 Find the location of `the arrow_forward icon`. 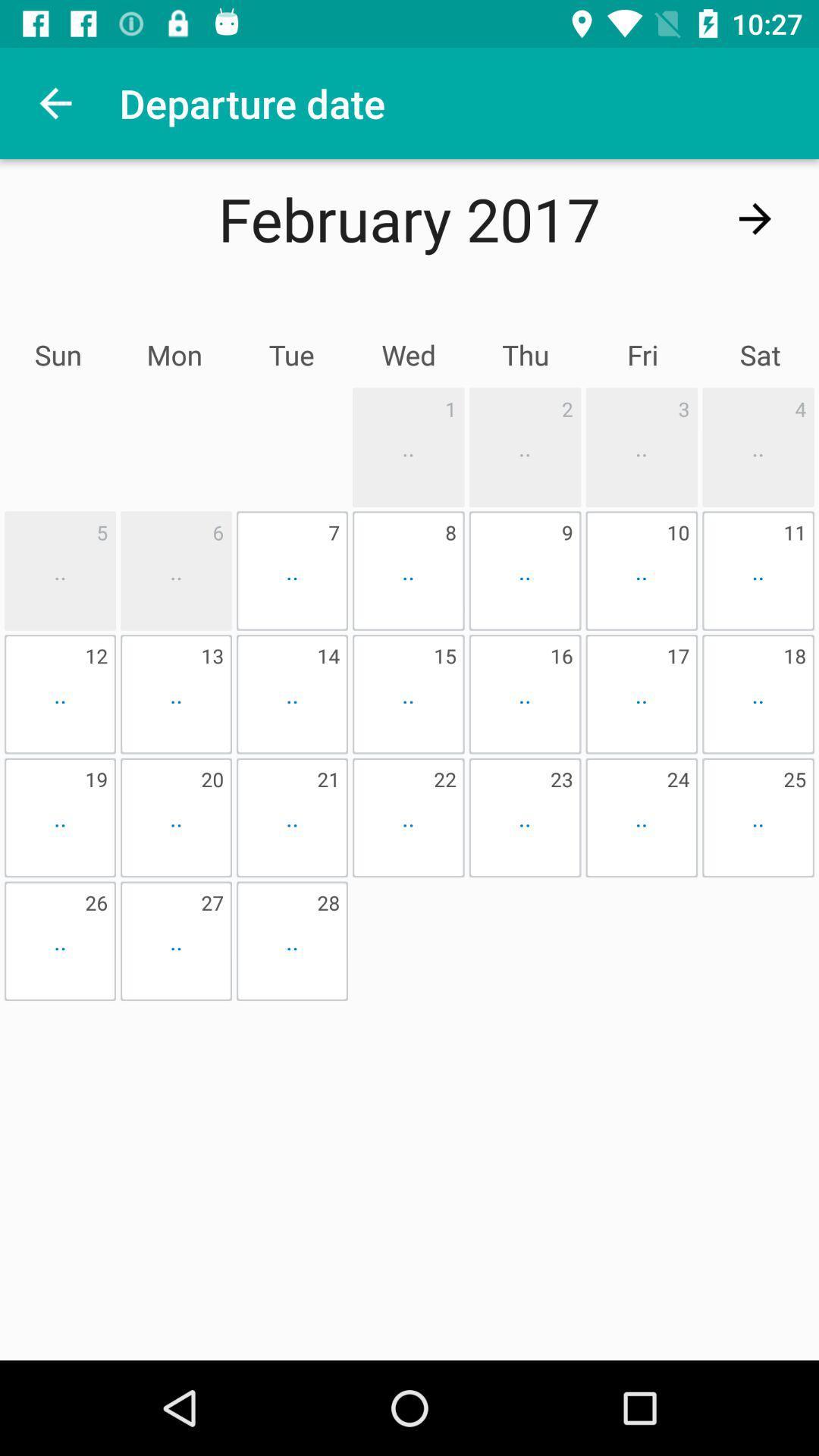

the arrow_forward icon is located at coordinates (755, 218).